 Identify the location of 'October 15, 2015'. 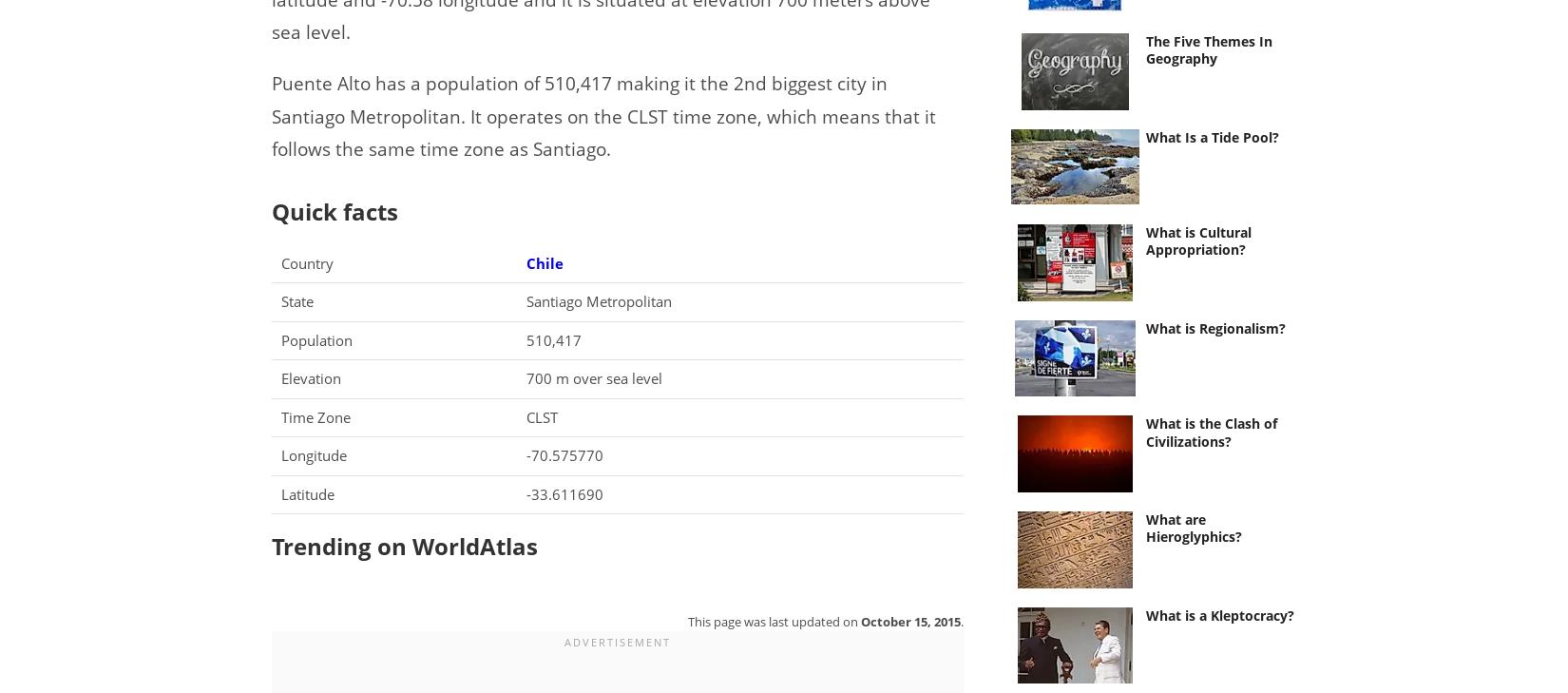
(909, 620).